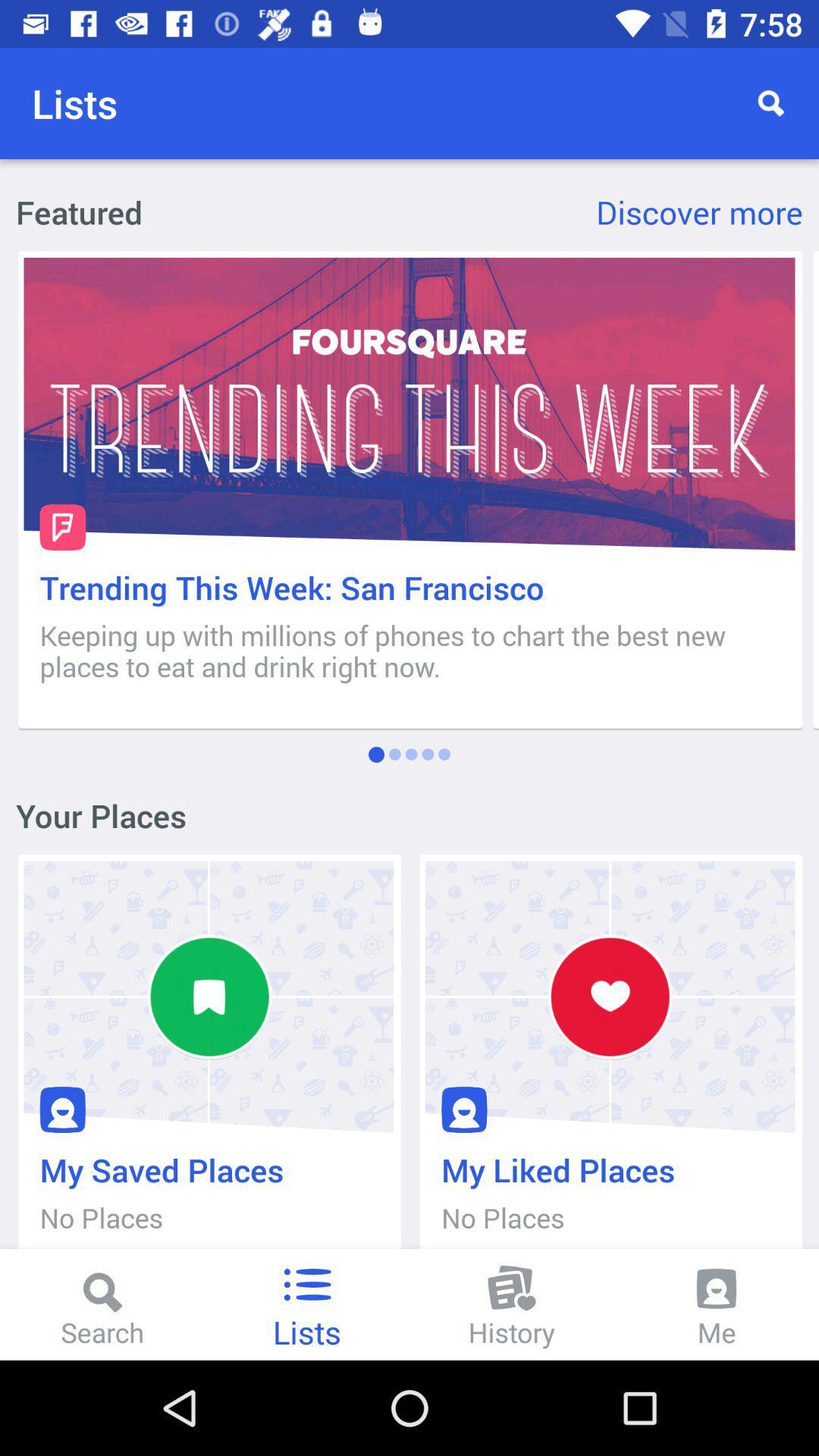 The image size is (819, 1456). Describe the element at coordinates (209, 1059) in the screenshot. I see `the frame below the your places` at that location.